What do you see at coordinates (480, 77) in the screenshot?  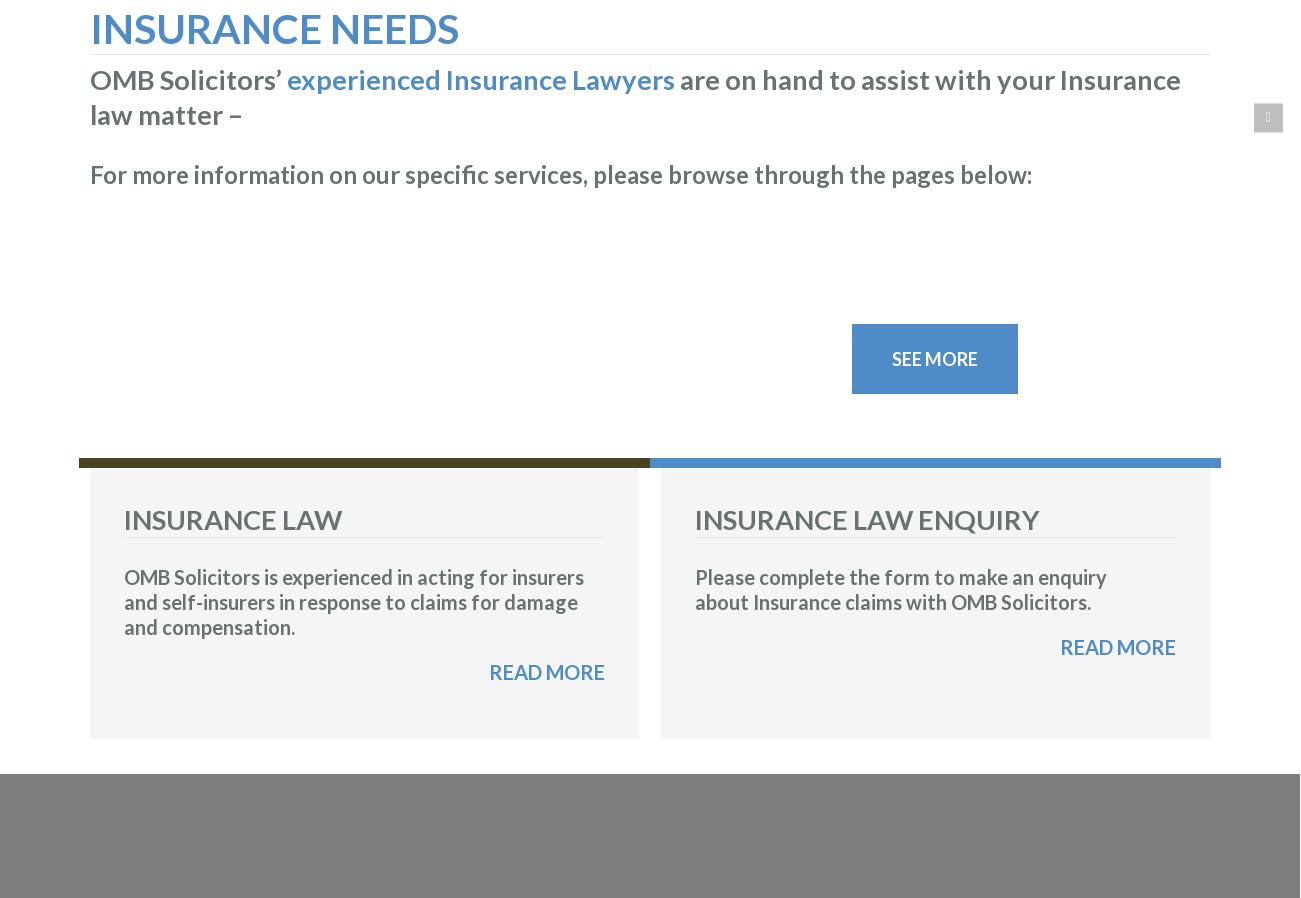 I see `'experienced Insurance Lawyers'` at bounding box center [480, 77].